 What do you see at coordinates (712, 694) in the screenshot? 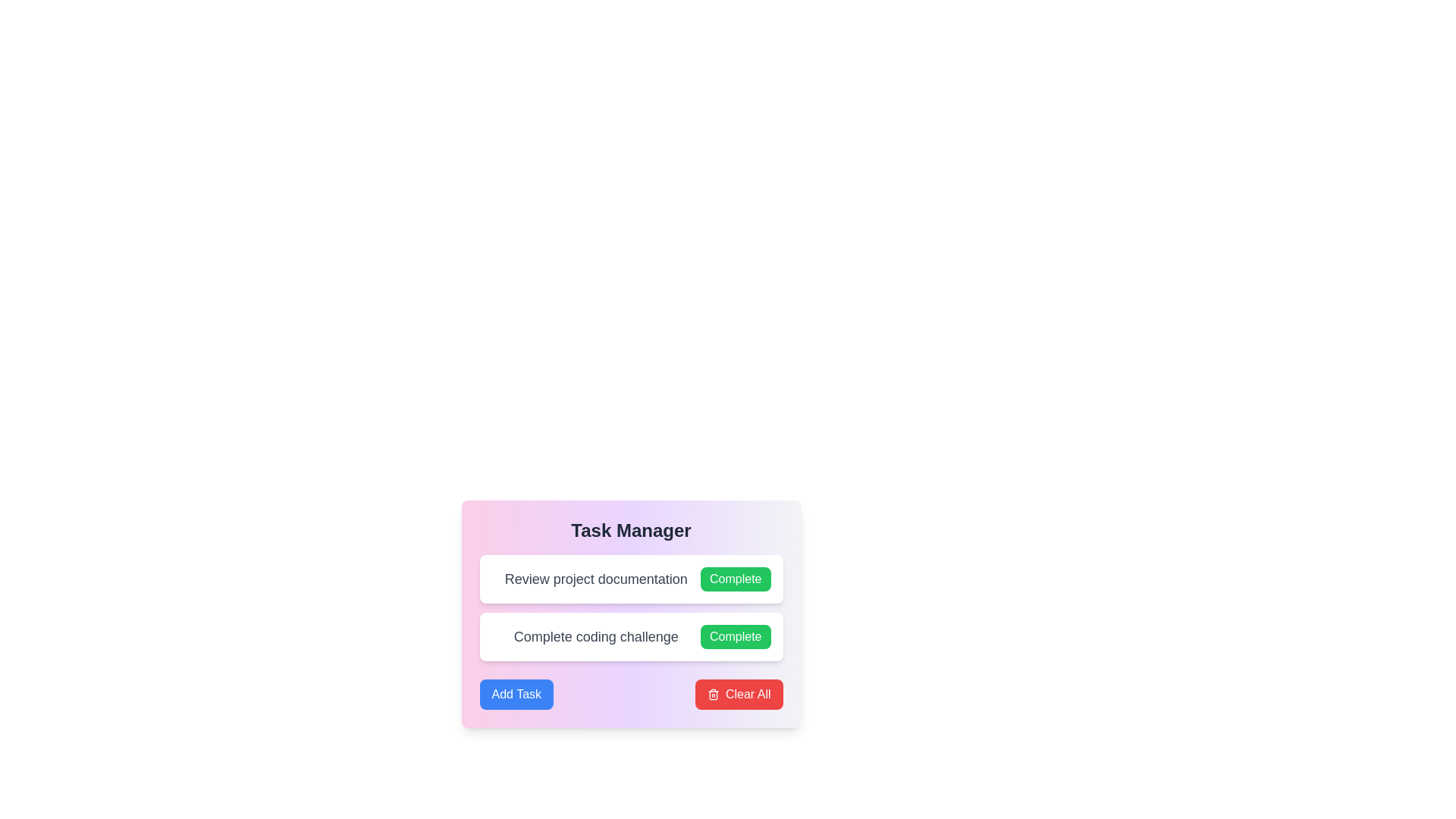
I see `the trash icon that represents the 'Clear All' function located in the bottom-right corner of the task manager card` at bounding box center [712, 694].